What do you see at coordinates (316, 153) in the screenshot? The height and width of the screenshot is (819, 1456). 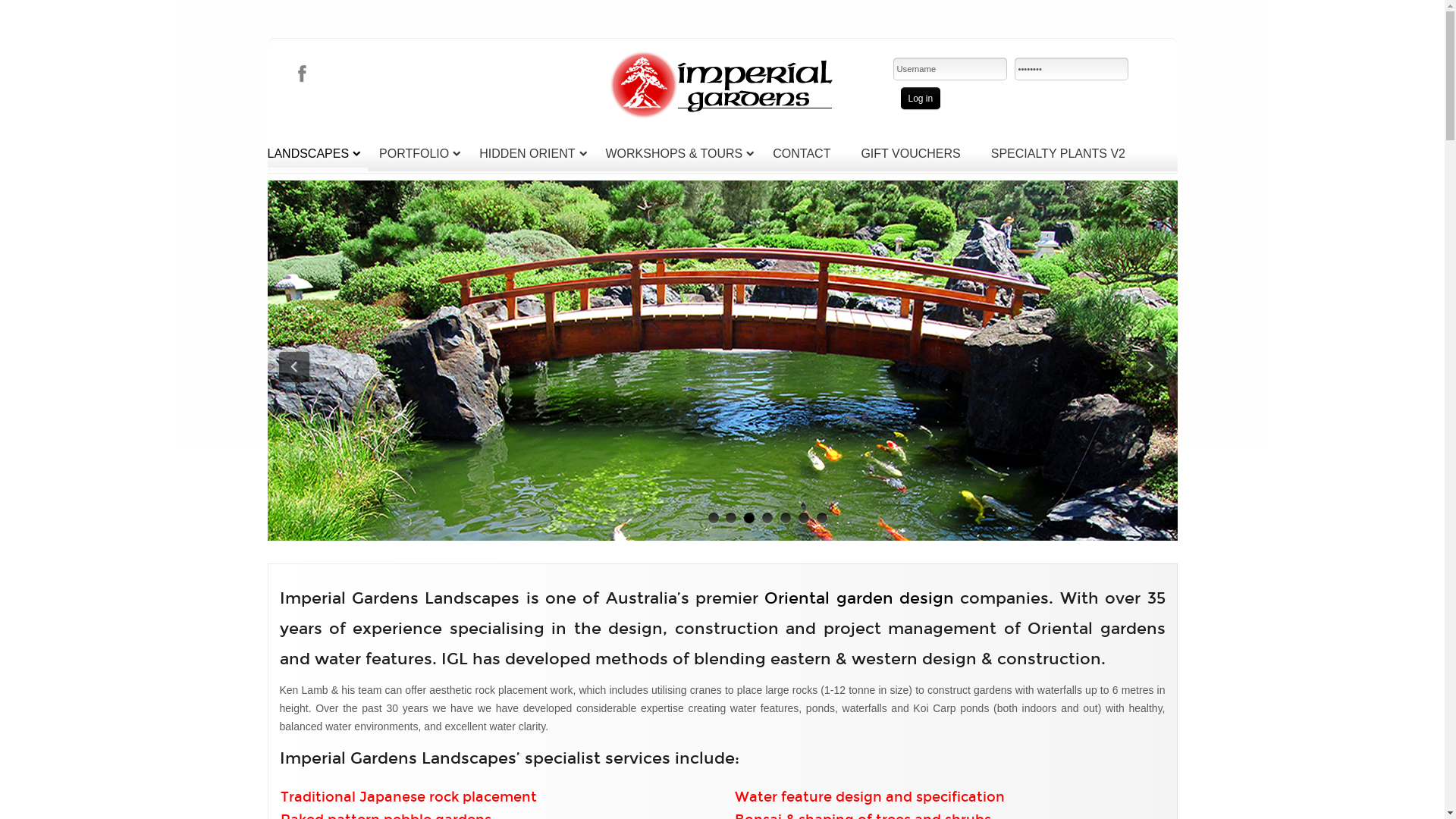 I see `'LANDSCAPES'` at bounding box center [316, 153].